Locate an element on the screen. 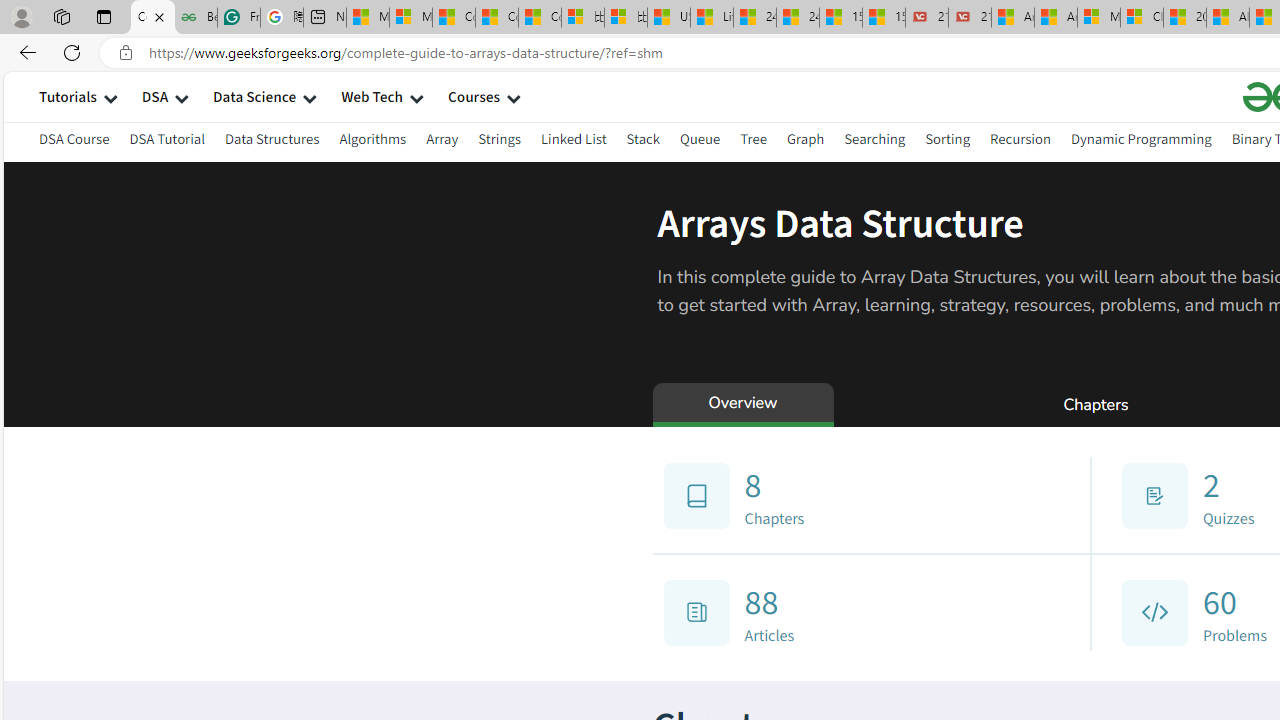 This screenshot has height=720, width=1280. 'DSA Course' is located at coordinates (74, 141).